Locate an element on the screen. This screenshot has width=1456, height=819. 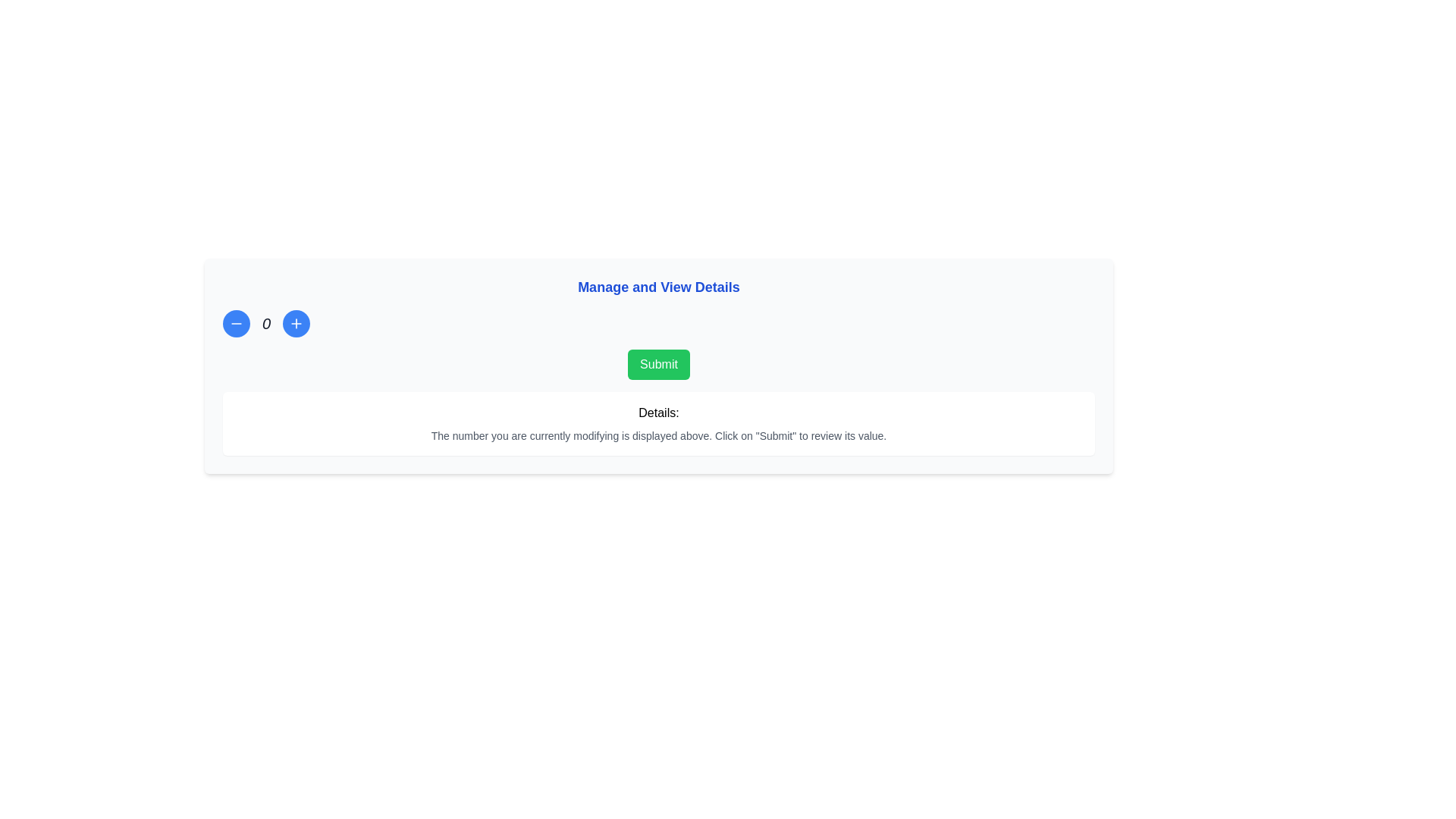
the text display element showing the number '0', which is styled in an italicized font, large size, and dark gray color, located centrally within a horizontal arrangement of buttons is located at coordinates (266, 323).